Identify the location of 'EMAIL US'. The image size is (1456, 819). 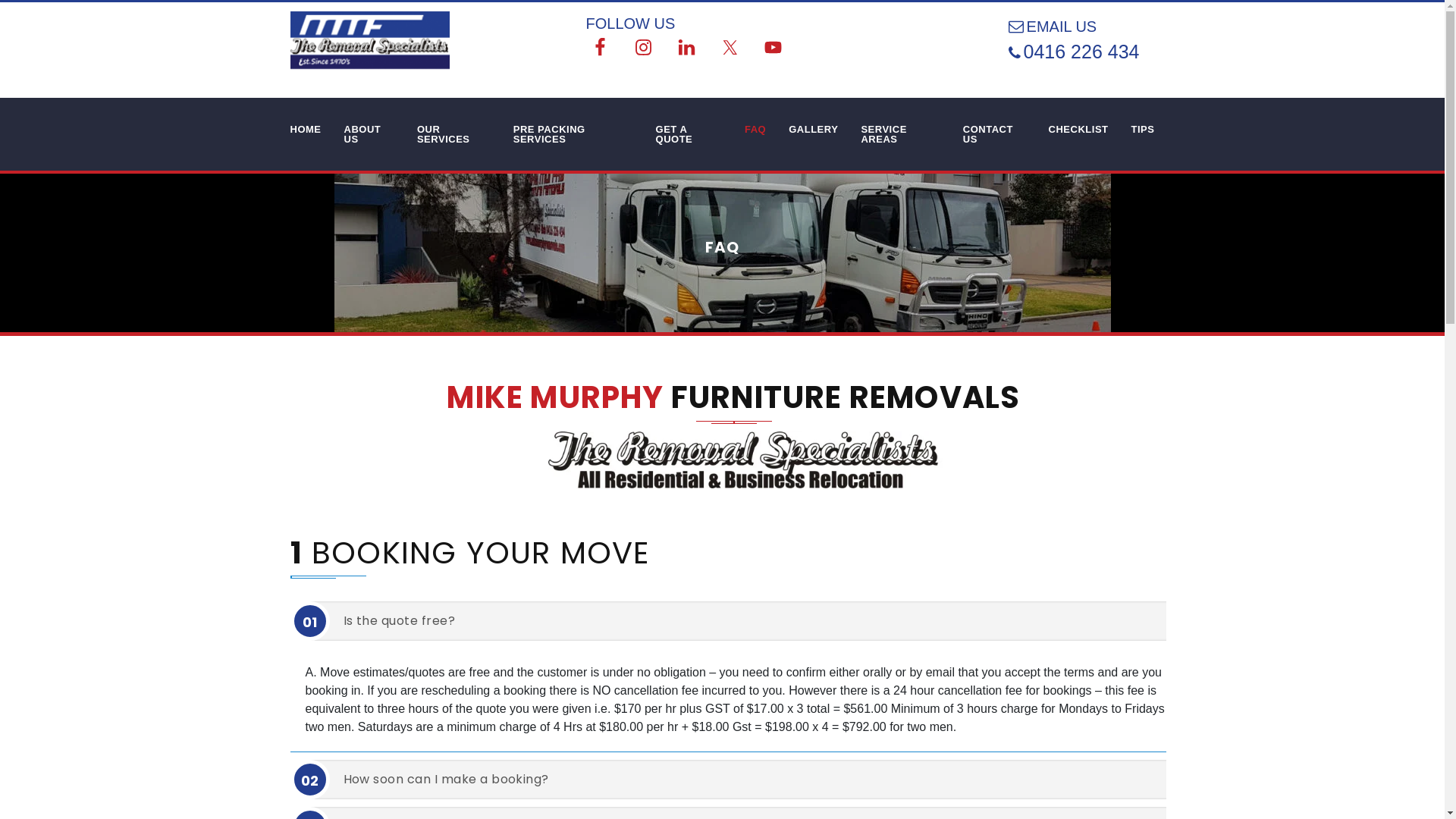
(1068, 26).